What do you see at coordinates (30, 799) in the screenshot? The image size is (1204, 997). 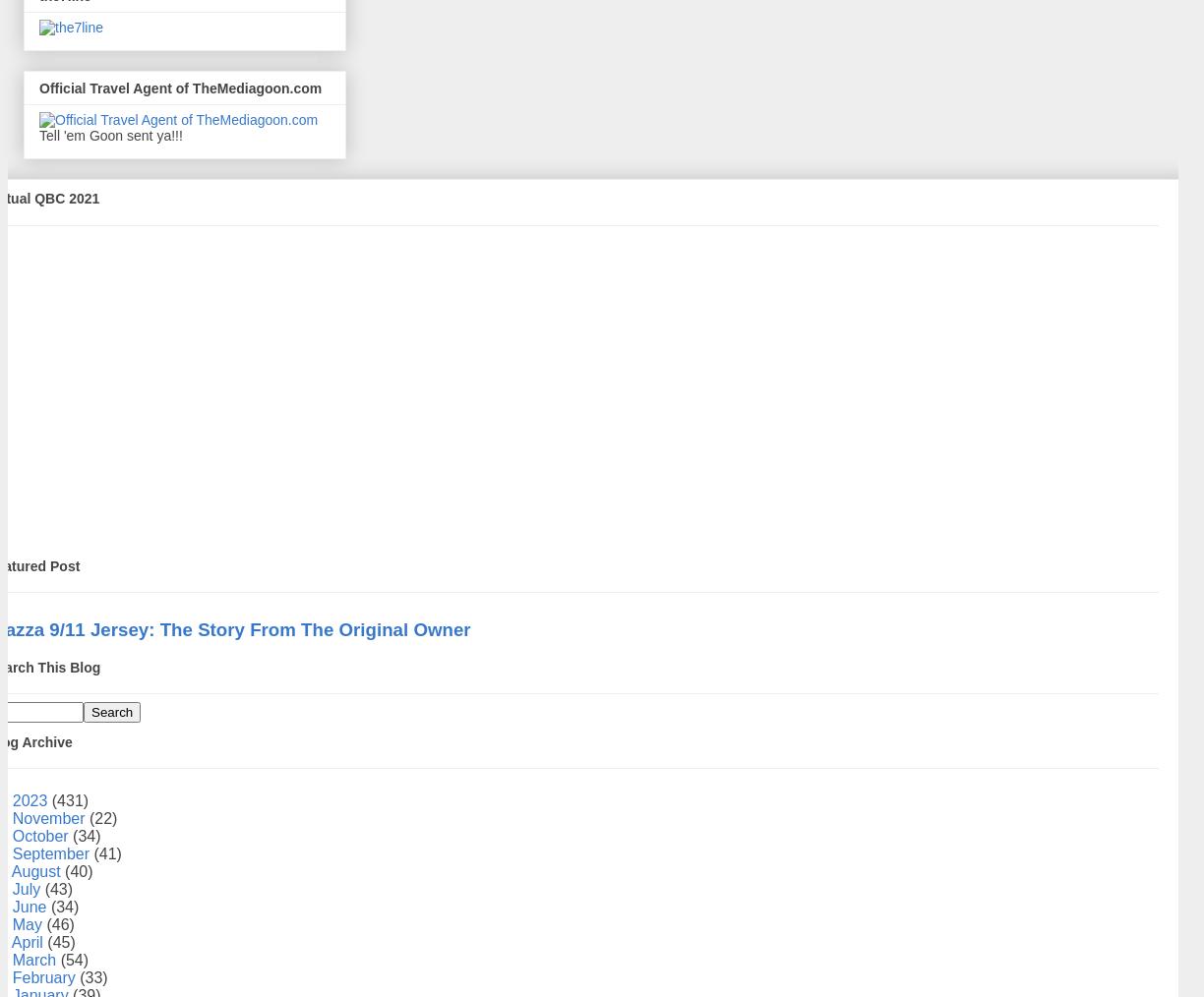 I see `'2023'` at bounding box center [30, 799].